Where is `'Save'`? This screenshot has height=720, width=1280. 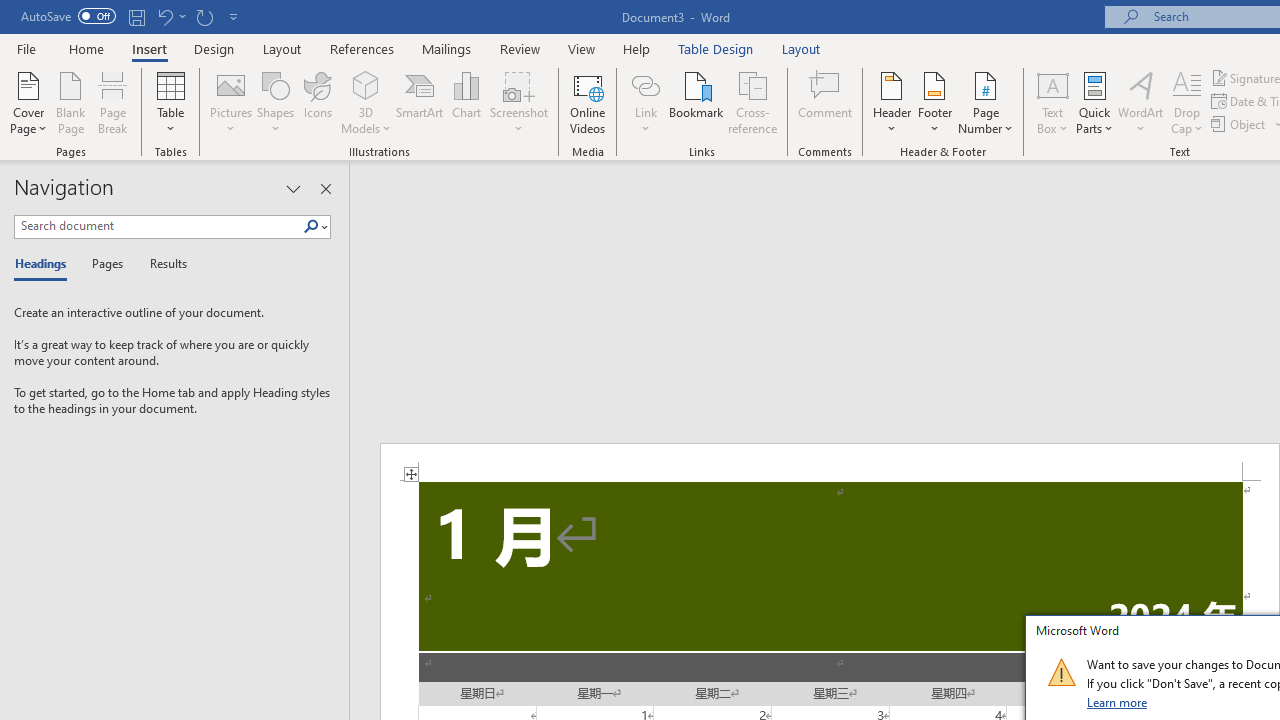 'Save' is located at coordinates (135, 16).